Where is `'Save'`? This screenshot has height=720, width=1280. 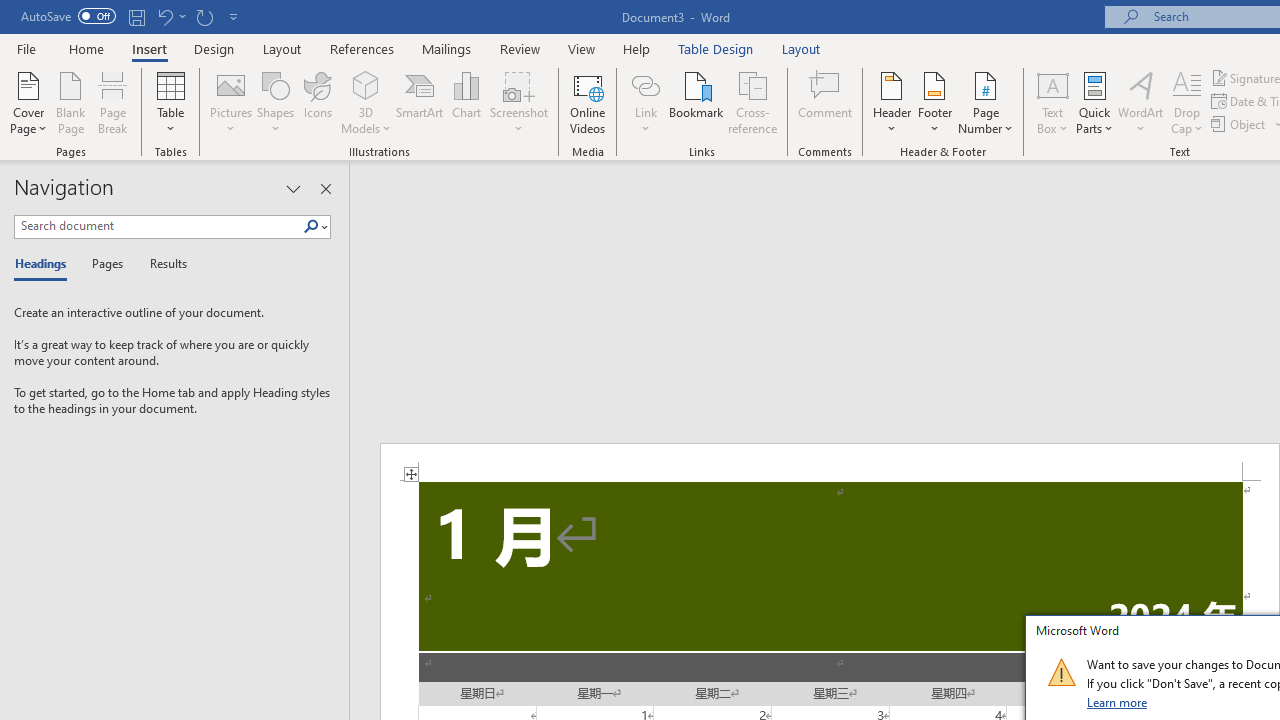 'Save' is located at coordinates (135, 16).